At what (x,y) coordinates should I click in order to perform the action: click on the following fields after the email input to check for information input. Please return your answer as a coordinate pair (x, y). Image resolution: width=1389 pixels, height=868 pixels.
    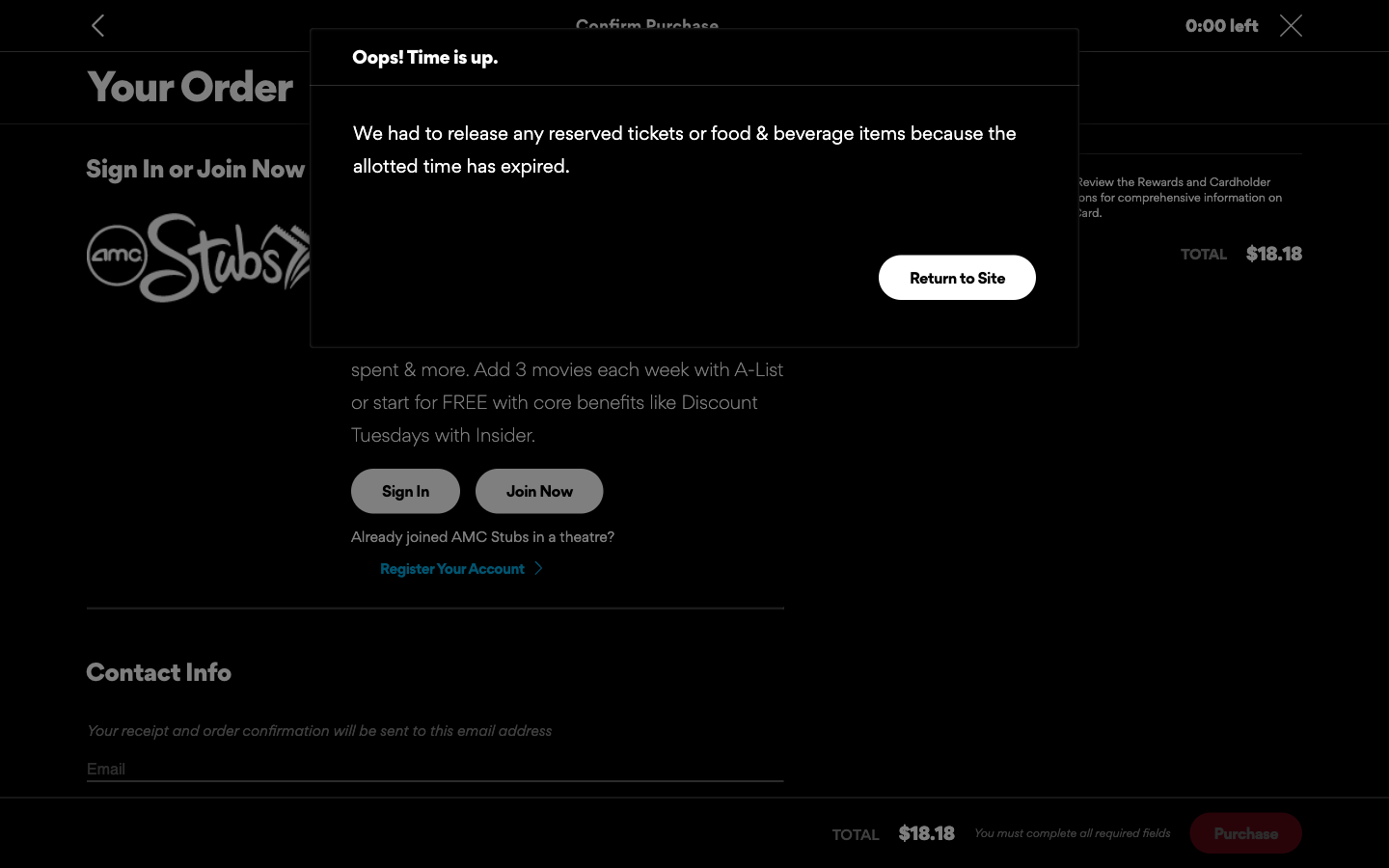
    Looking at the image, I should click on (435, 769).